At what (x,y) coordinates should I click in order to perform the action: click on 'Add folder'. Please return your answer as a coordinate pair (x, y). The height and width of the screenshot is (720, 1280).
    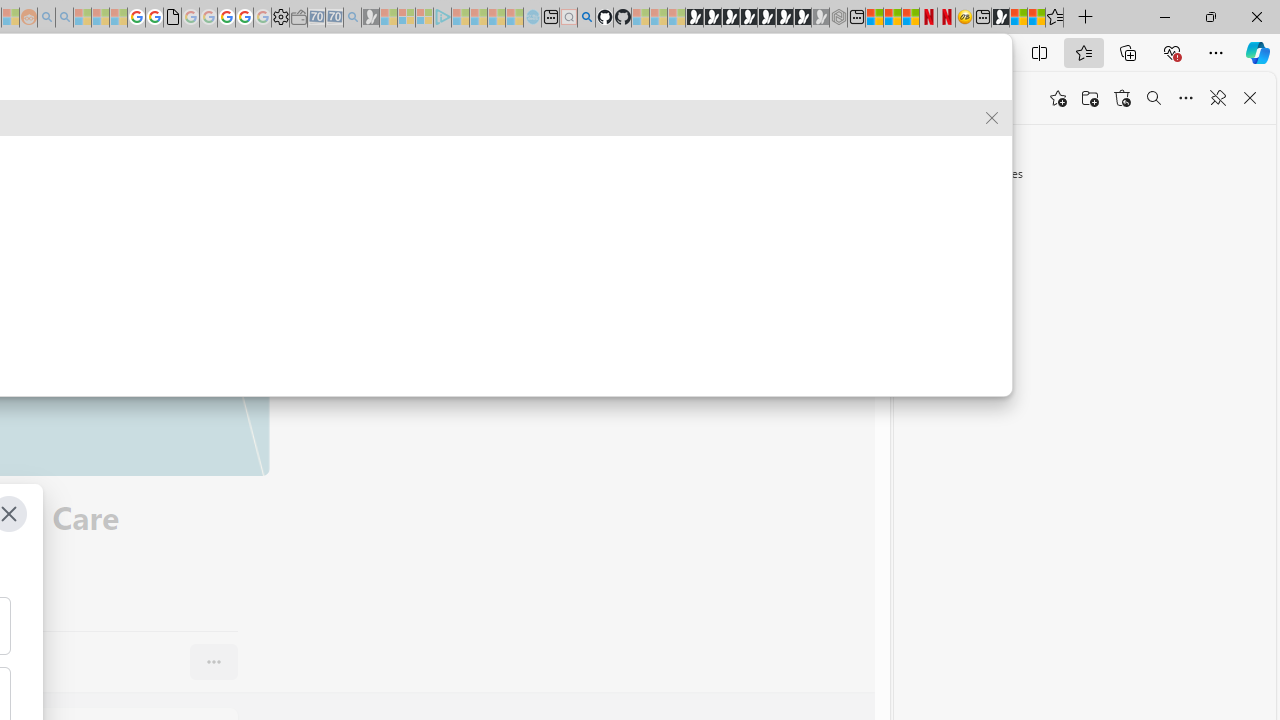
    Looking at the image, I should click on (1088, 98).